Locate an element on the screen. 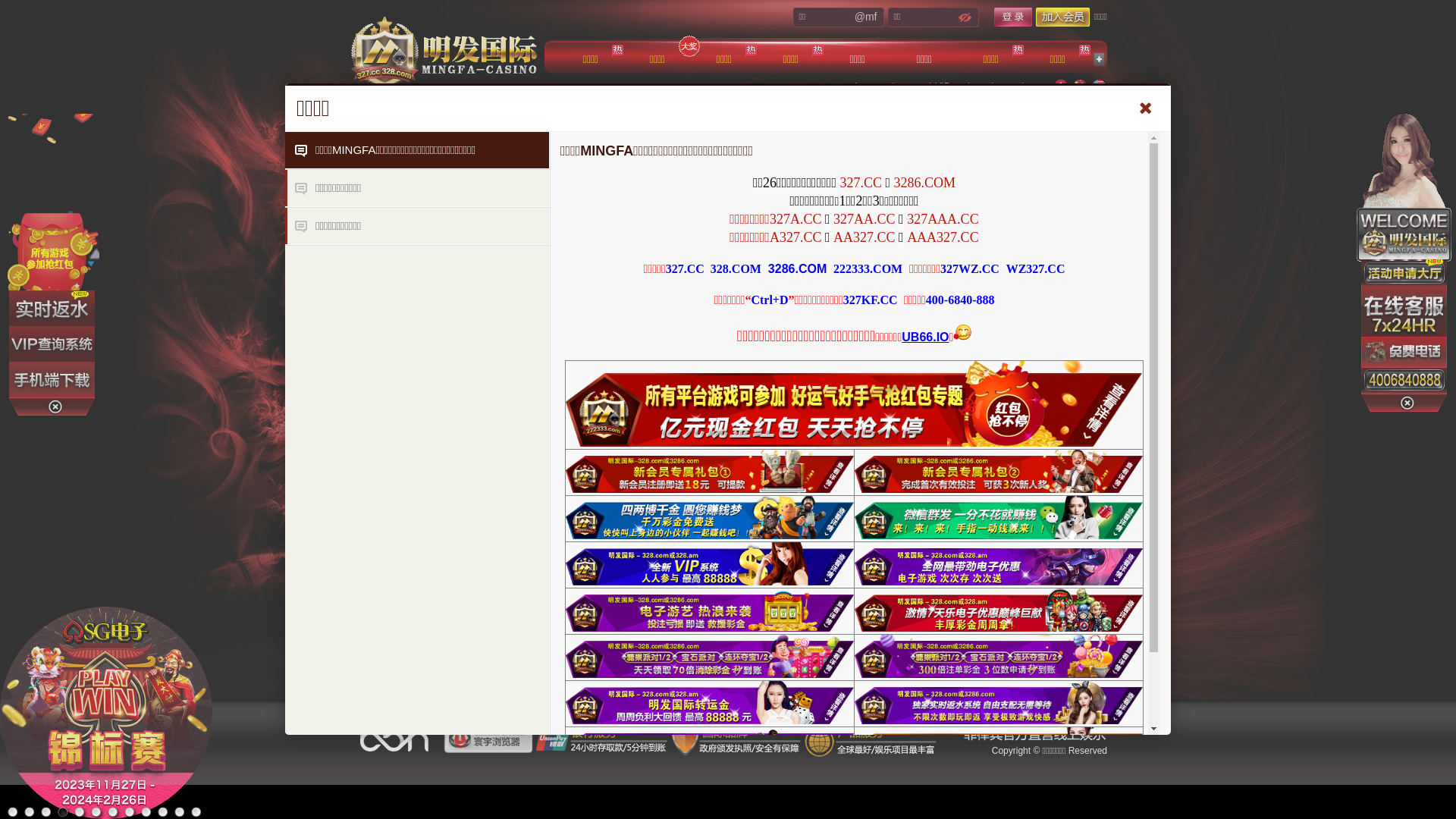 The image size is (1456, 819). 'English' is located at coordinates (1099, 86).